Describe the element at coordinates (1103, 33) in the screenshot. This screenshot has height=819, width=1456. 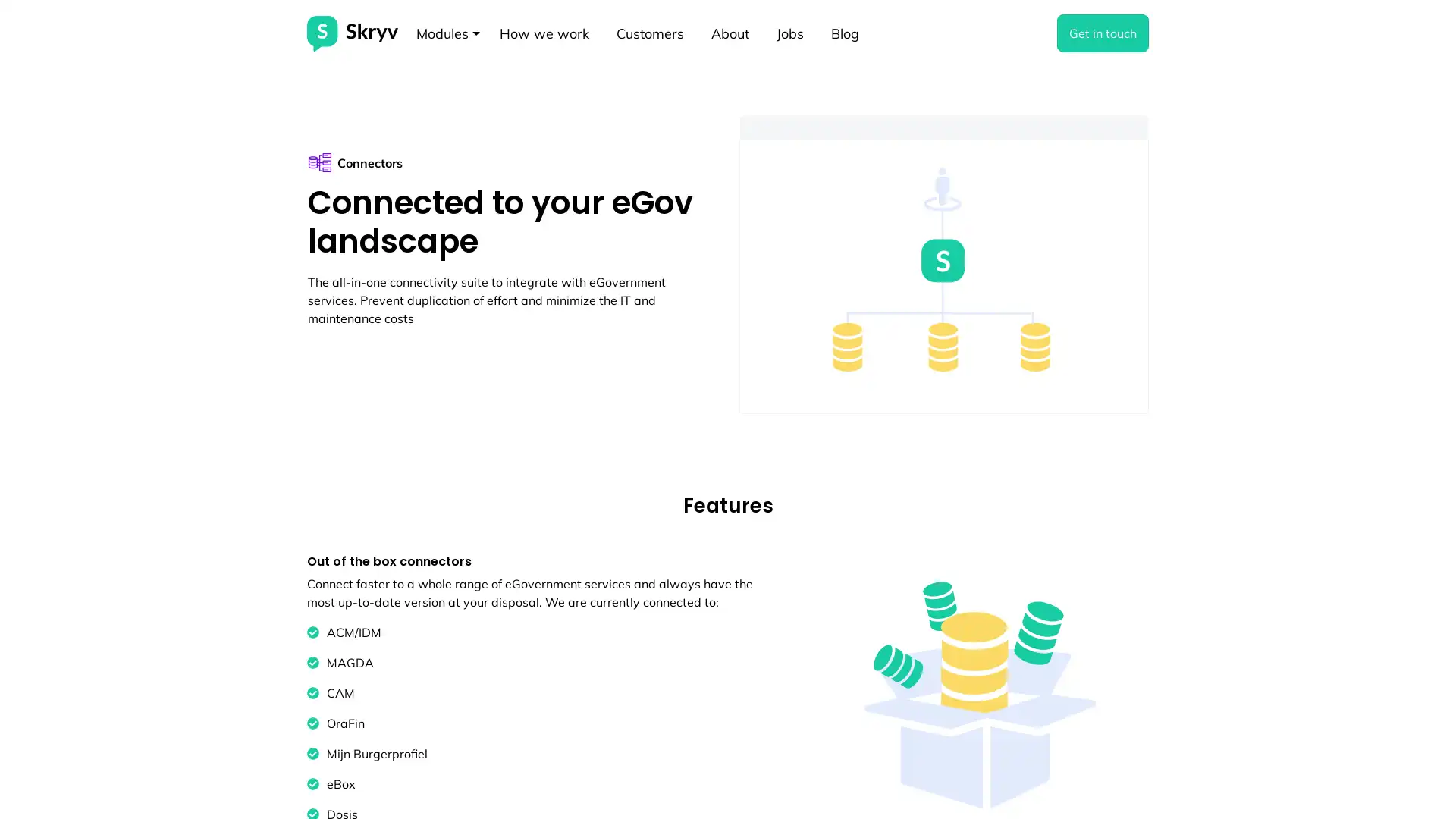
I see `Get in touch` at that location.